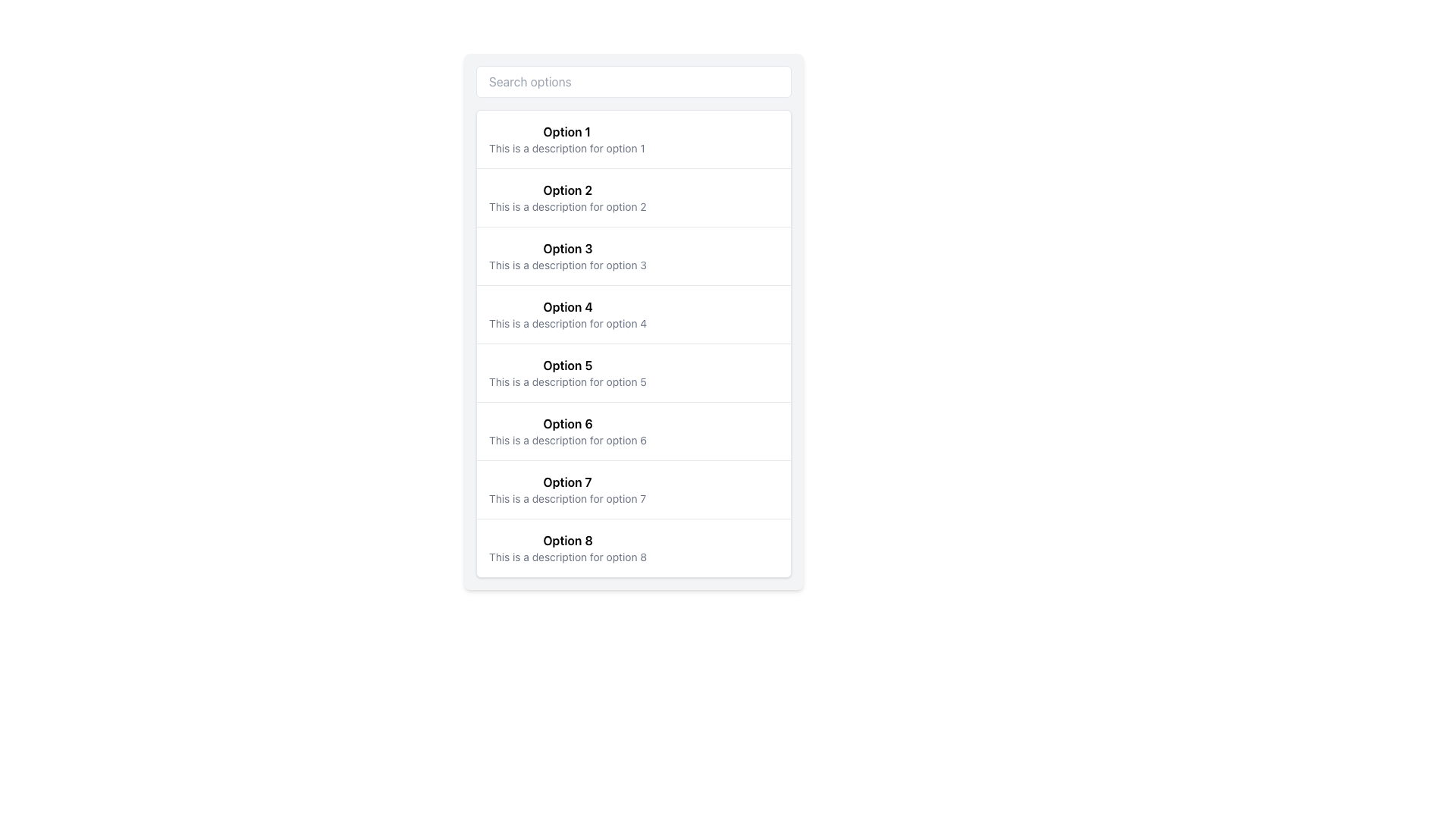  What do you see at coordinates (566, 489) in the screenshot?
I see `the seventh selectable list item located between 'Option 6' and 'Option 8' in the vertical list` at bounding box center [566, 489].